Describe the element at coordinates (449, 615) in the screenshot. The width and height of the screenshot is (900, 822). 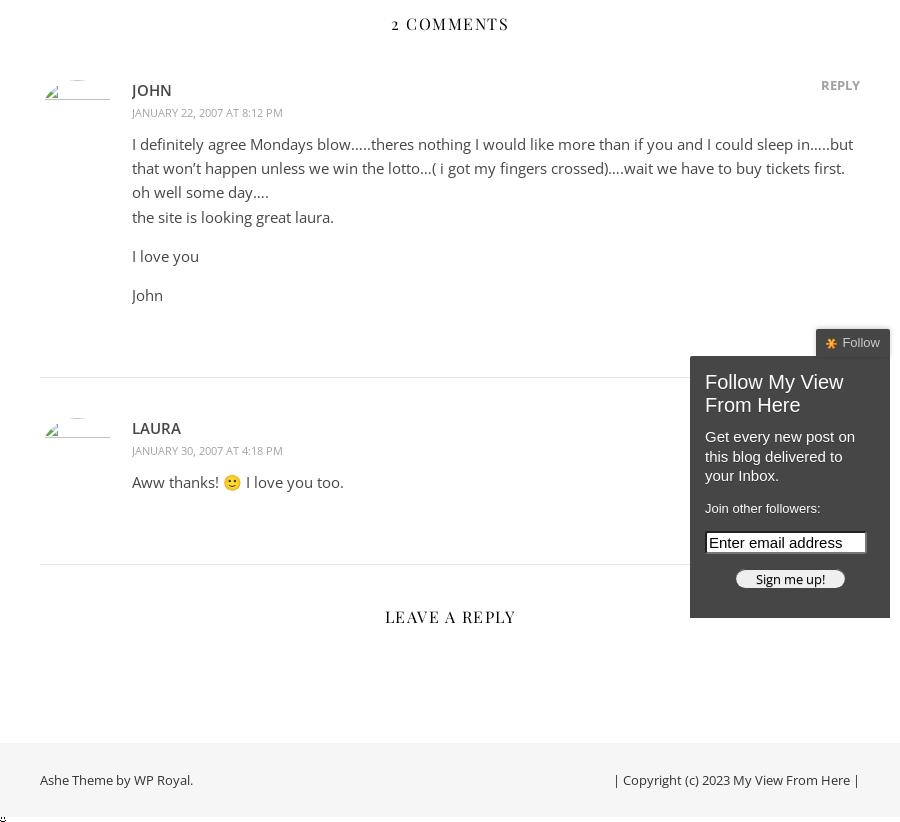
I see `'Leave a Reply'` at that location.